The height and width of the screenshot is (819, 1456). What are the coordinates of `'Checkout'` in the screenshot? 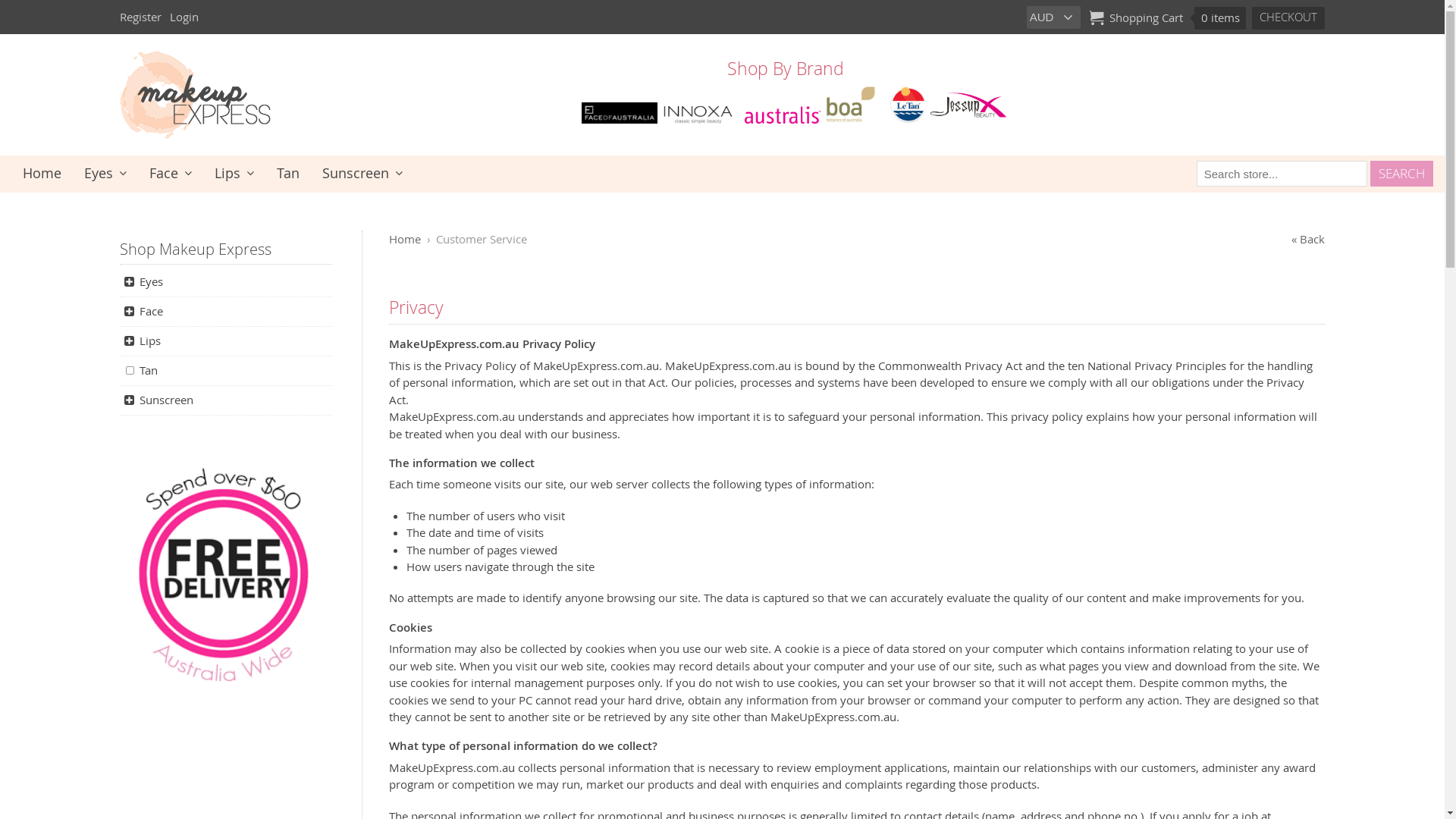 It's located at (1288, 17).